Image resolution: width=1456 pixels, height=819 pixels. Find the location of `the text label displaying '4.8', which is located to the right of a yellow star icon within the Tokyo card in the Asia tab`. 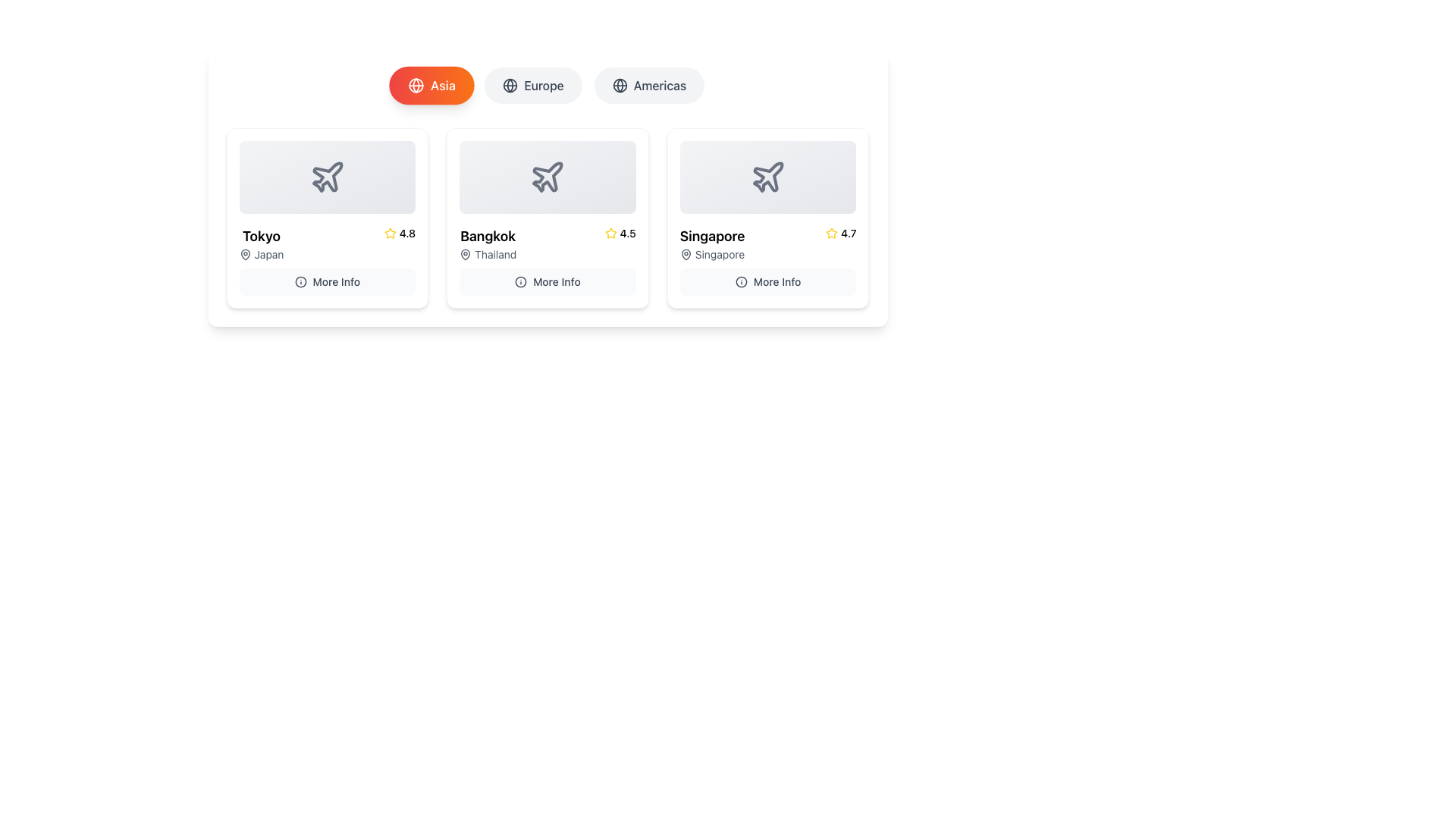

the text label displaying '4.8', which is located to the right of a yellow star icon within the Tokyo card in the Asia tab is located at coordinates (407, 234).